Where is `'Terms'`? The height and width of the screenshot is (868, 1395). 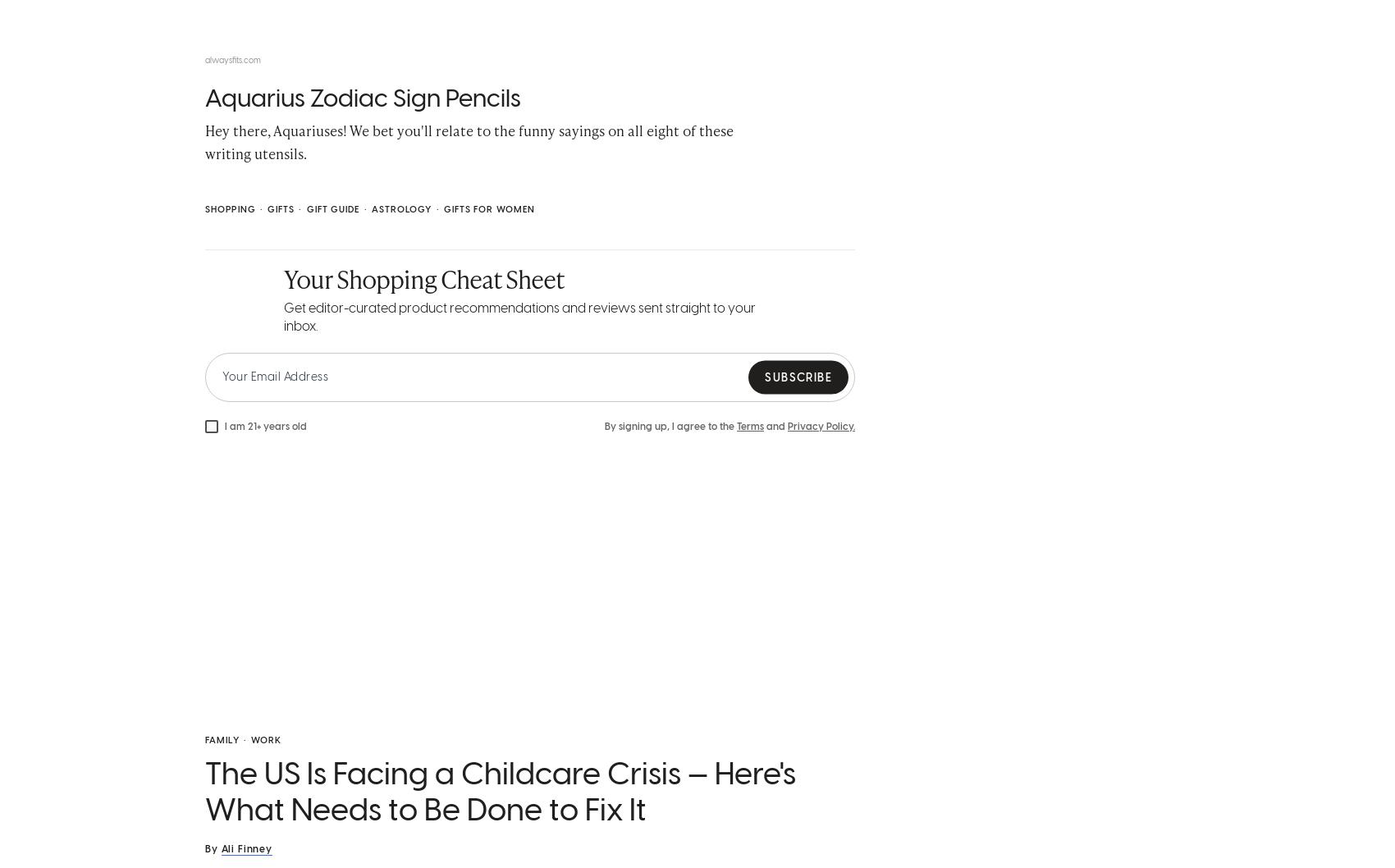
'Terms' is located at coordinates (750, 429).